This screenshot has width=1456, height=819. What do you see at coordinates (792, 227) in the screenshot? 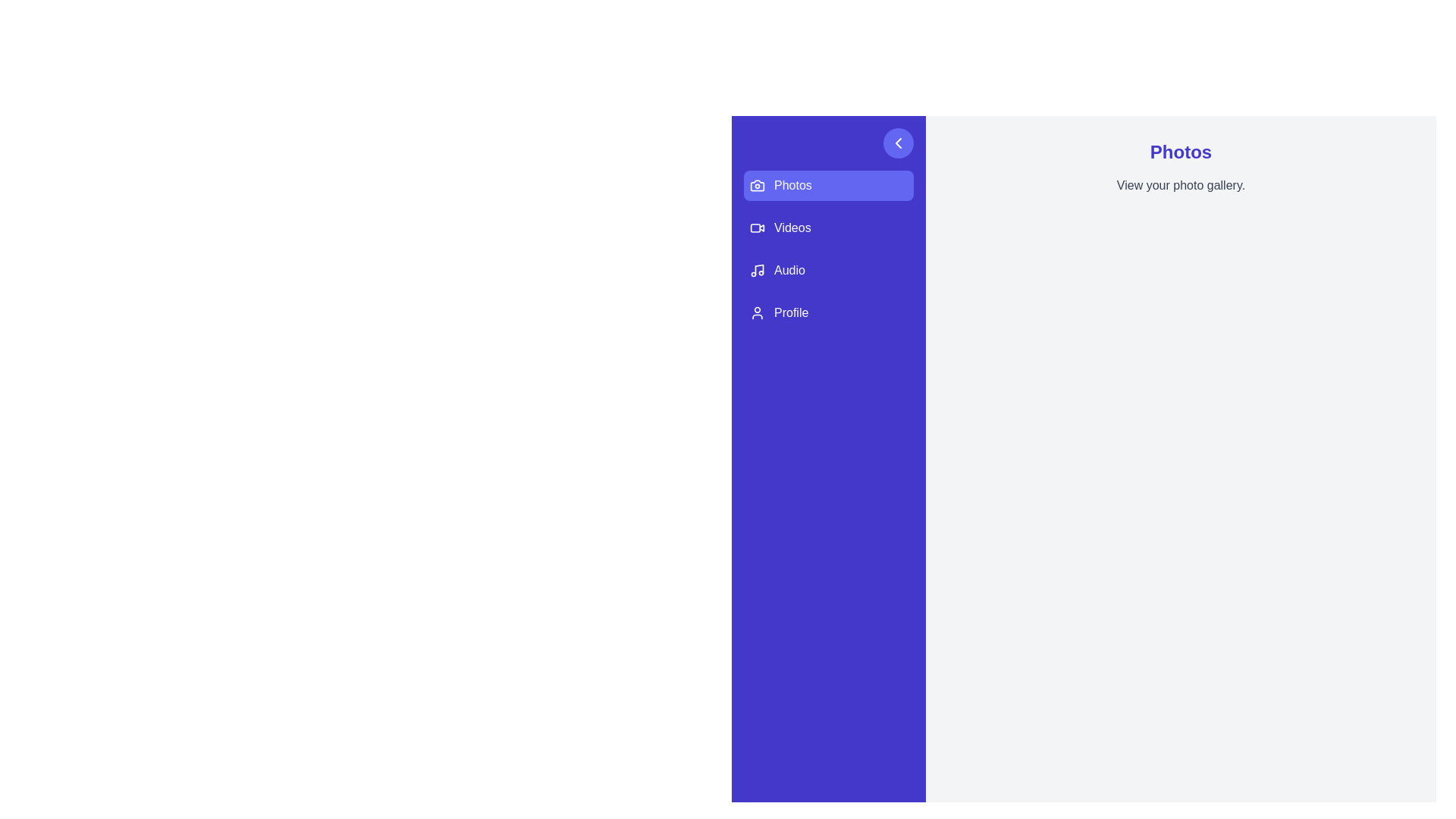
I see `the 'Videos' text label in the vertical navigation menu` at bounding box center [792, 227].